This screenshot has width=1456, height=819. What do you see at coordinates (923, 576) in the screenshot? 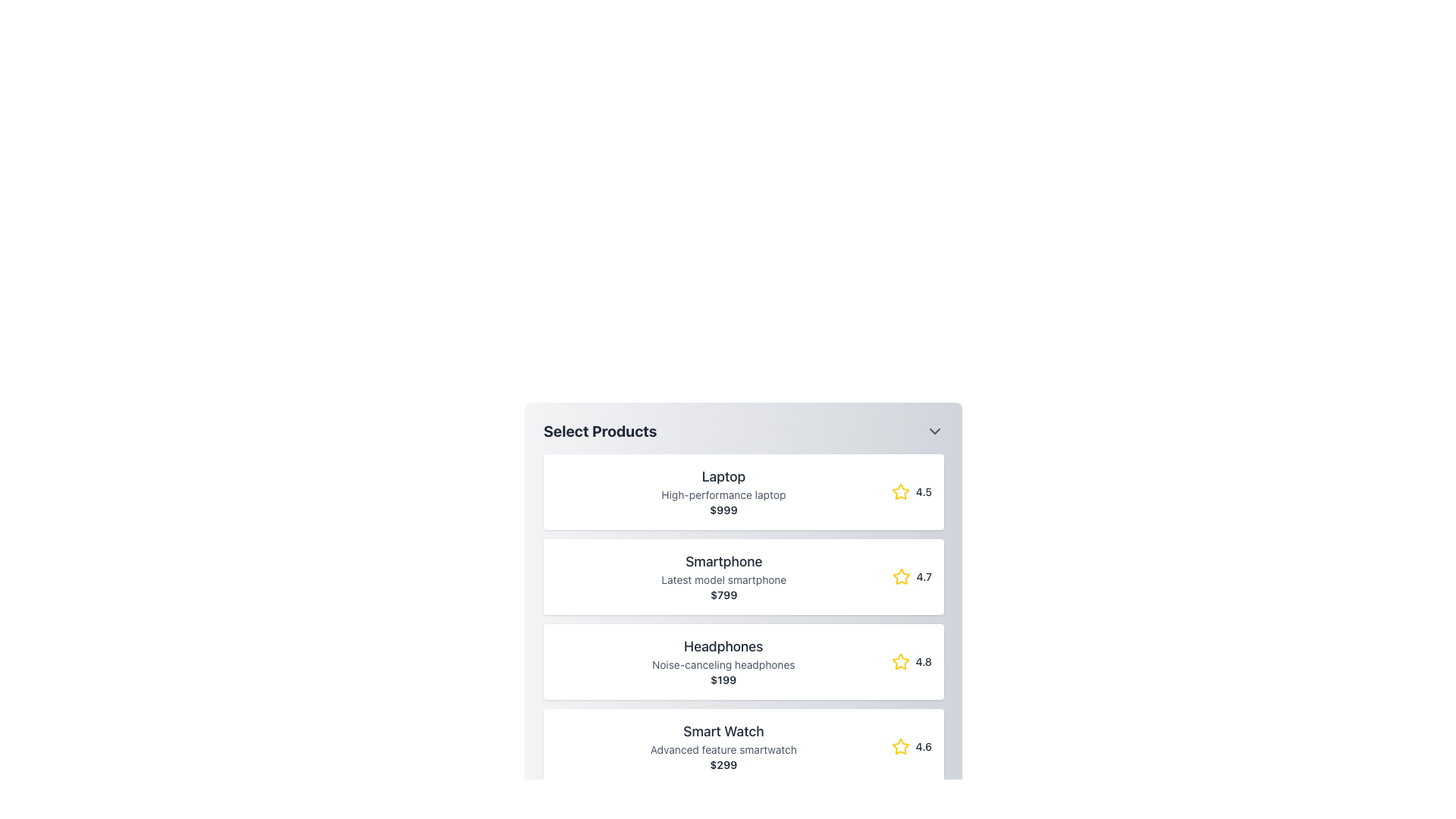
I see `product rating text indicating a score of 4.7, which is located to the right of a yellow star icon in the Smartphone product row` at bounding box center [923, 576].